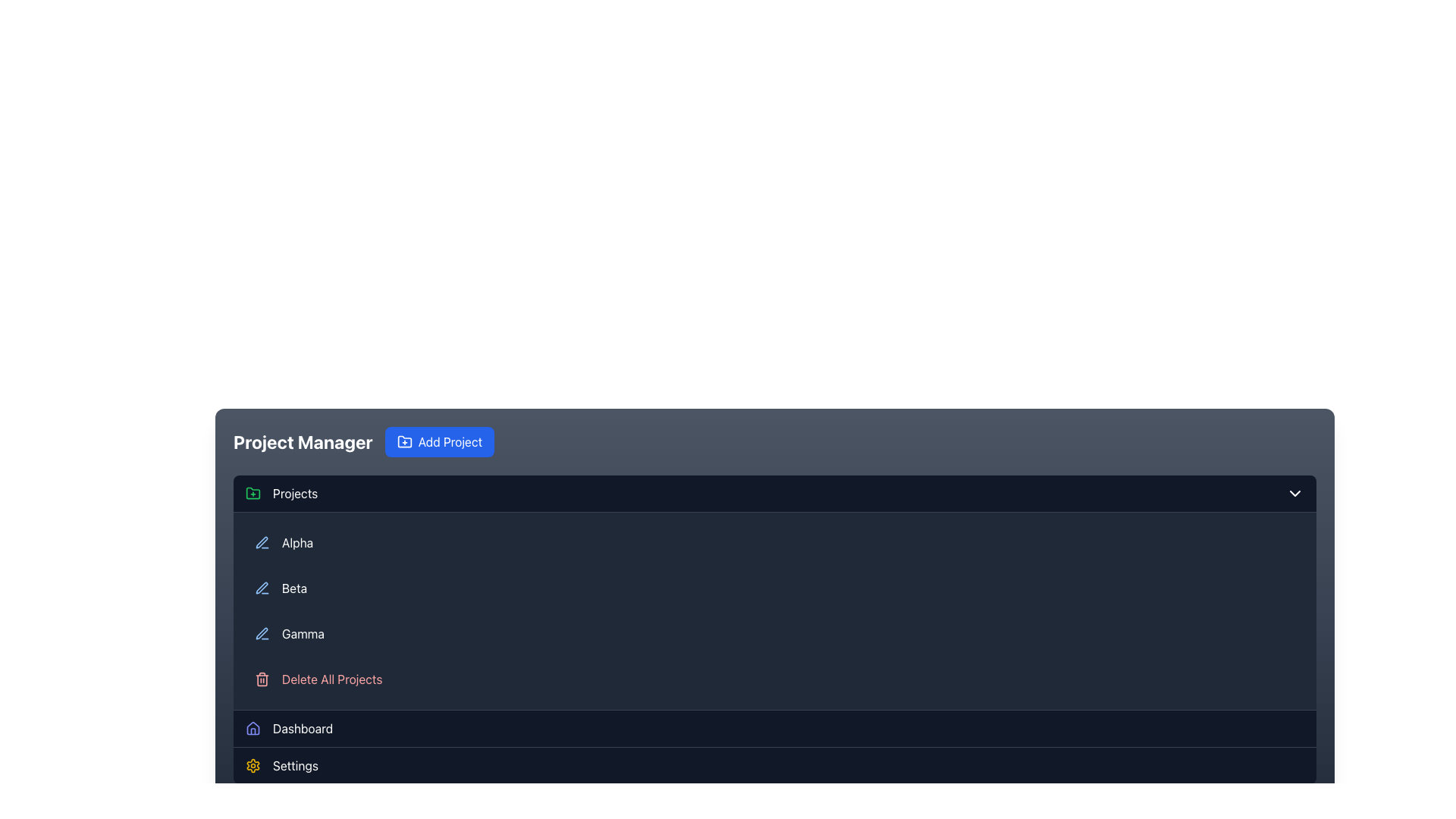  I want to click on the red trash bin icon located to the left of the 'Delete All Projects' text in the button group at the bottom of the 'Projects' section, so click(262, 678).